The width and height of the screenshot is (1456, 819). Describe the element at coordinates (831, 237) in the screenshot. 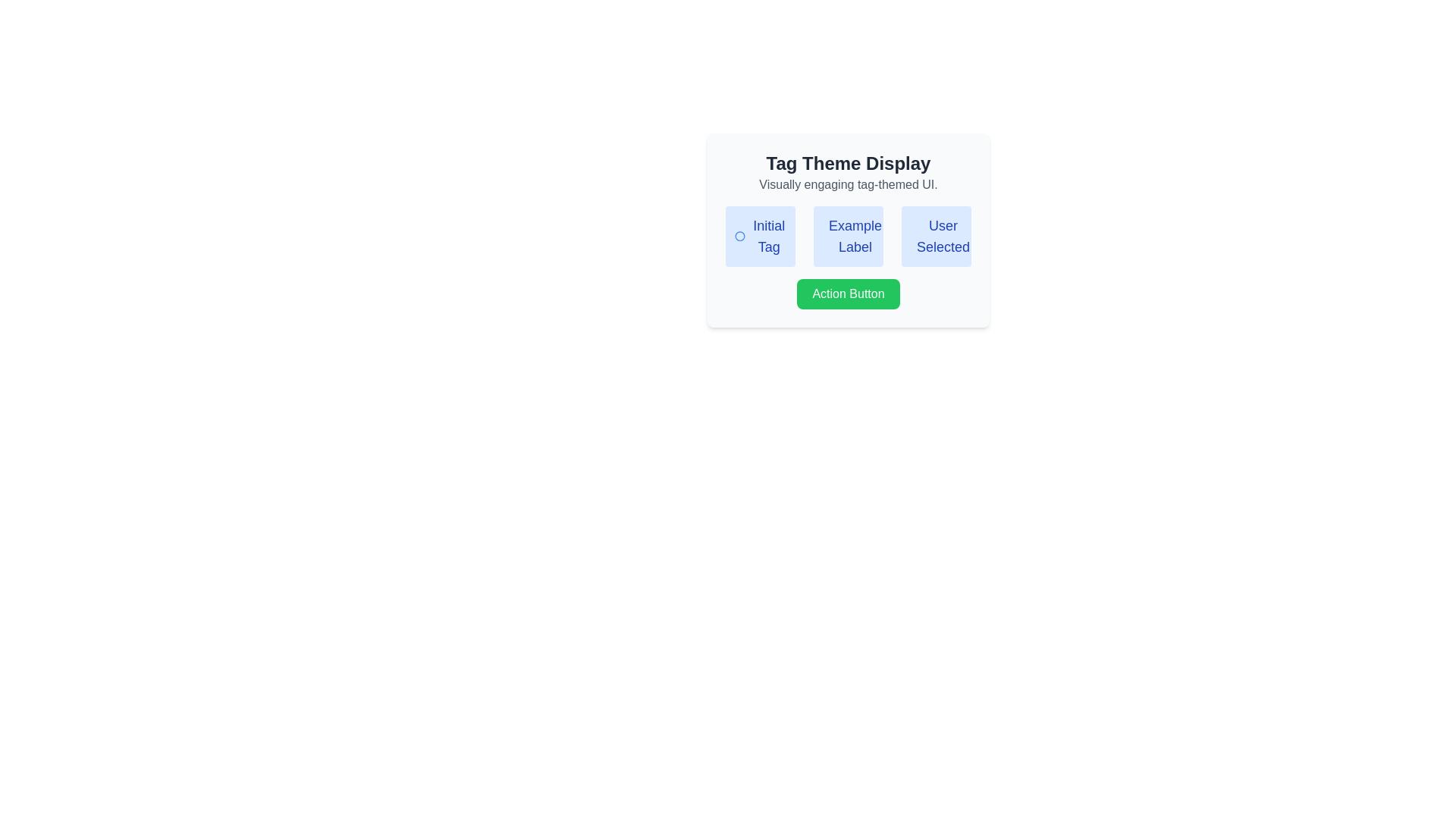

I see `the circular SVG element located centrally within the 'Example Label' button, which is the middle button in the three-button group under 'Tag Theme Display'` at that location.